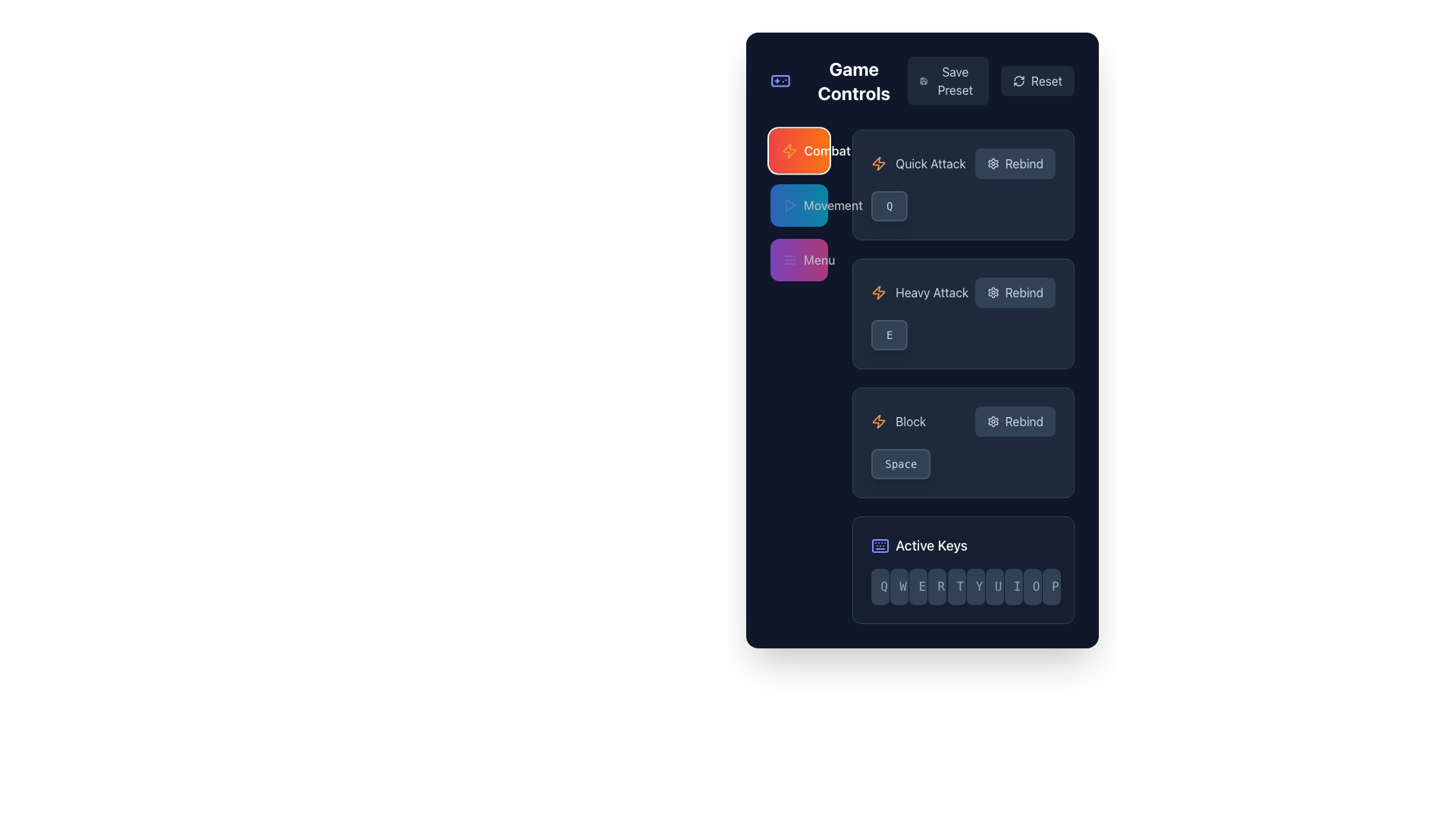 This screenshot has height=819, width=1456. What do you see at coordinates (1018, 81) in the screenshot?
I see `the reset icon located in the top-right corner of the interface, which represents a reset or reload action` at bounding box center [1018, 81].